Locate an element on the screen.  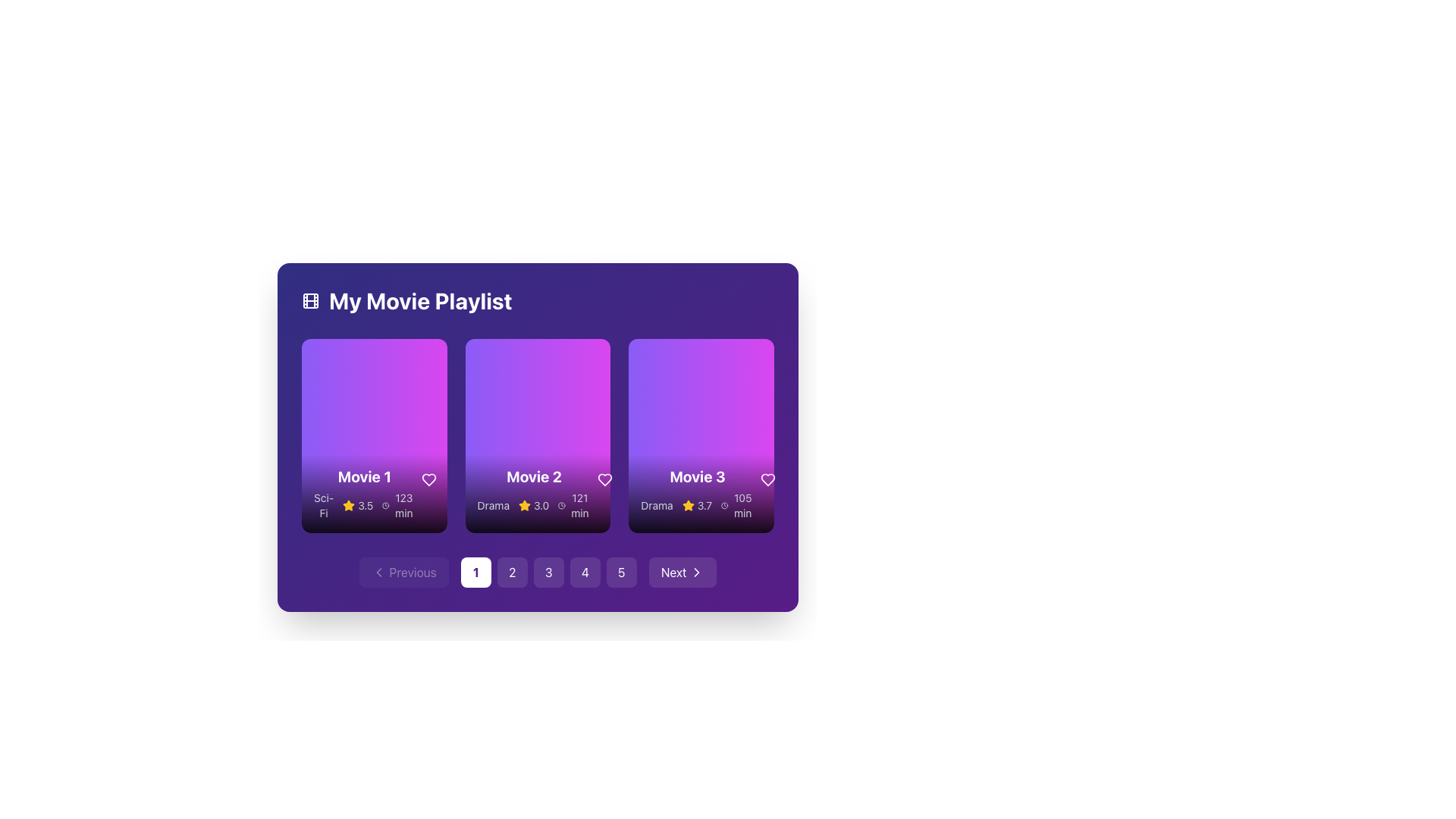
the informational display component for 'Movie 3' which includes the title, genre, rating, and duration, located in the third movie card under 'My Movie Playlist' is located at coordinates (701, 494).